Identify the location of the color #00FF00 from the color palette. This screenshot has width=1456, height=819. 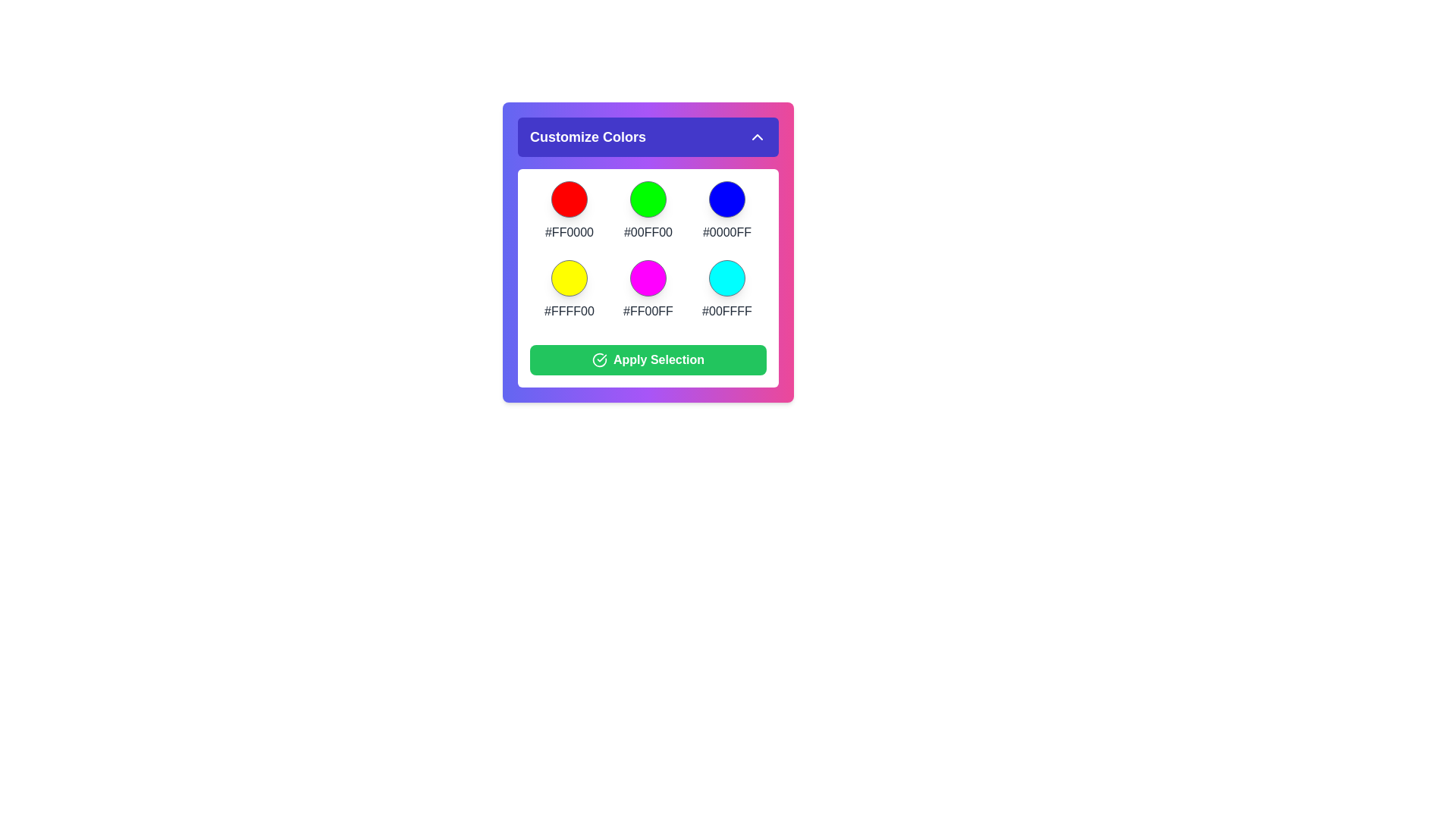
(648, 198).